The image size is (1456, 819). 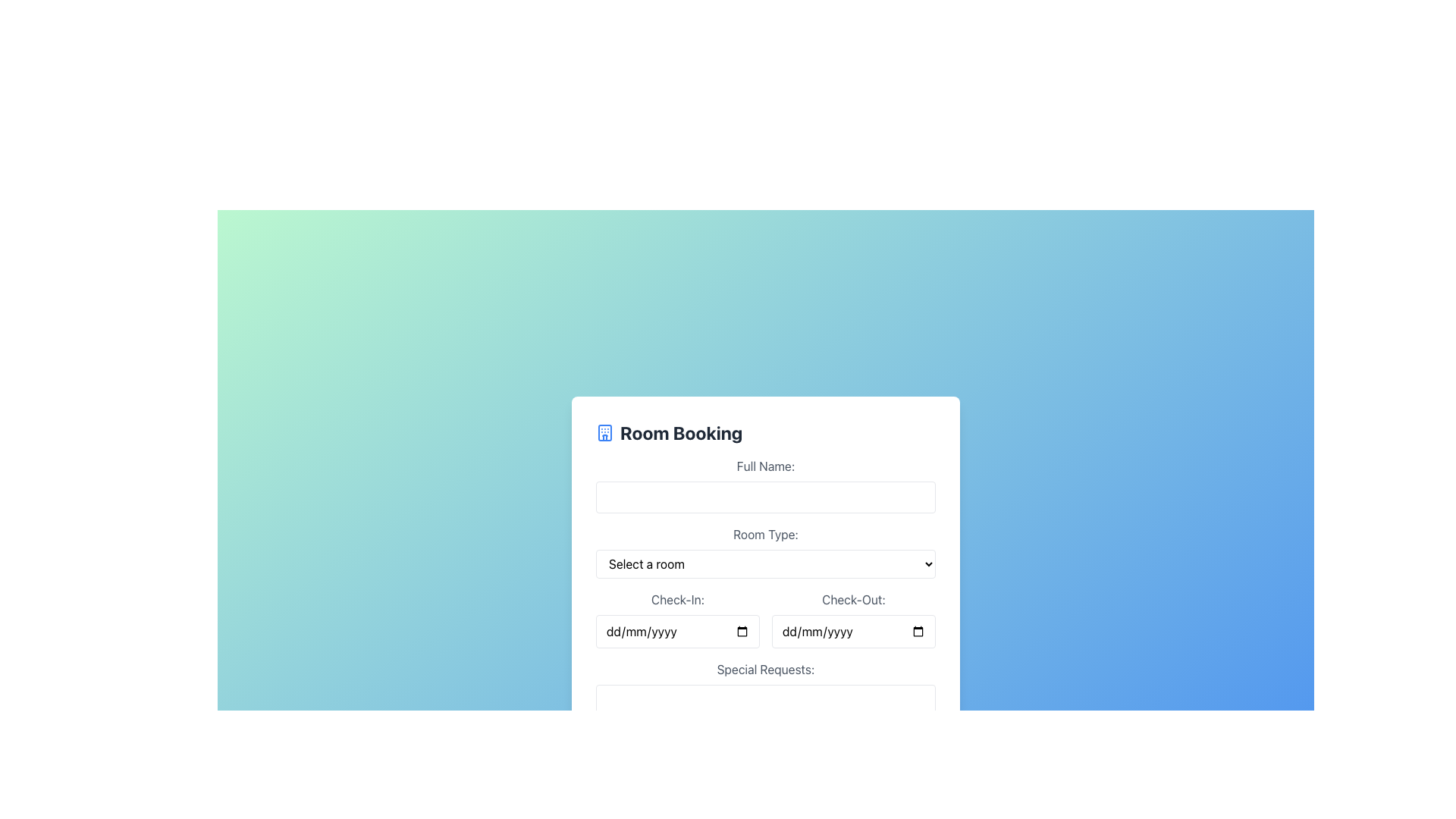 I want to click on the interactive date input fields for check-in and check-out, so click(x=765, y=620).